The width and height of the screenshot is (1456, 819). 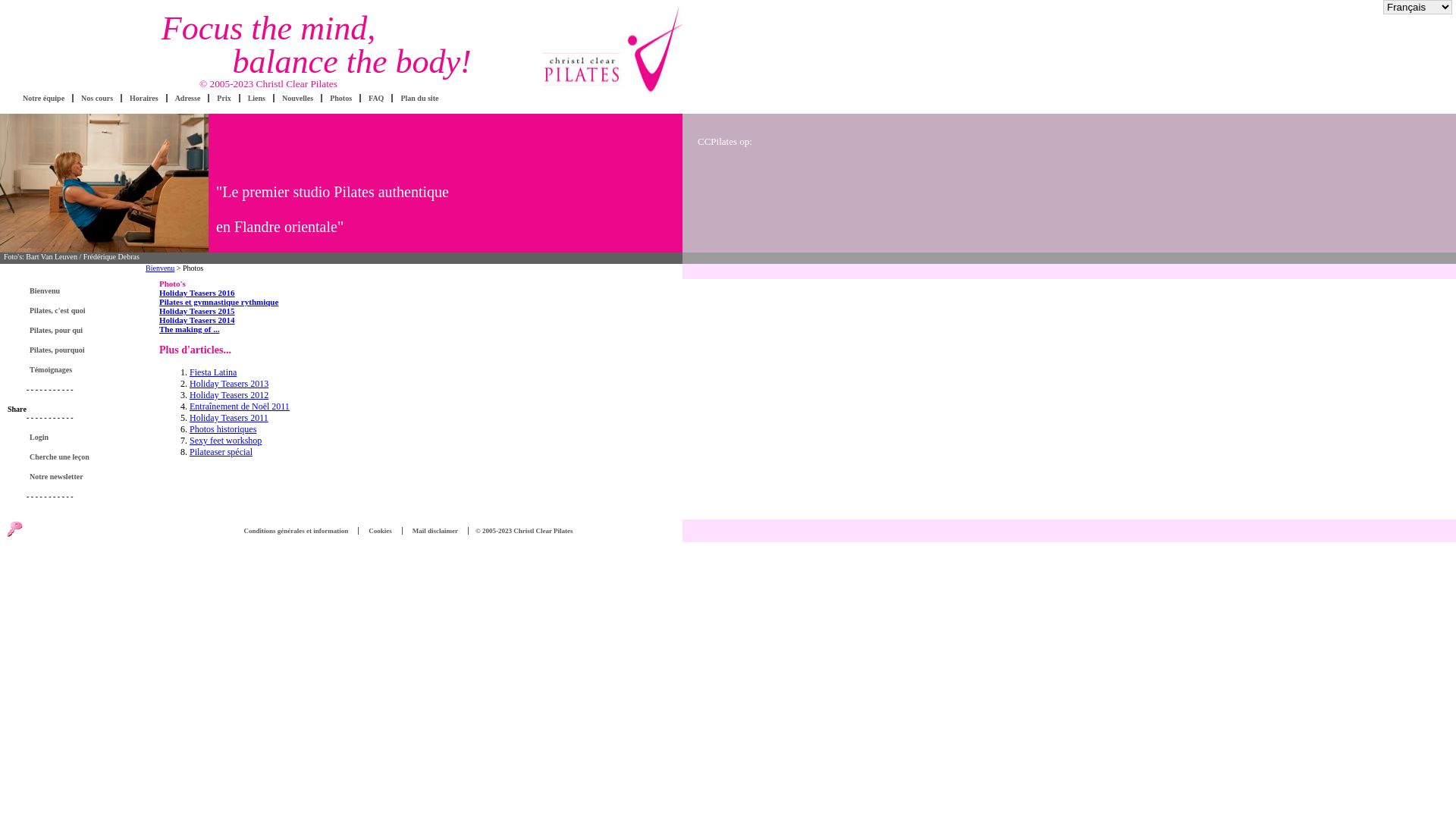 I want to click on 'Pilates, pour qui', so click(x=55, y=329).